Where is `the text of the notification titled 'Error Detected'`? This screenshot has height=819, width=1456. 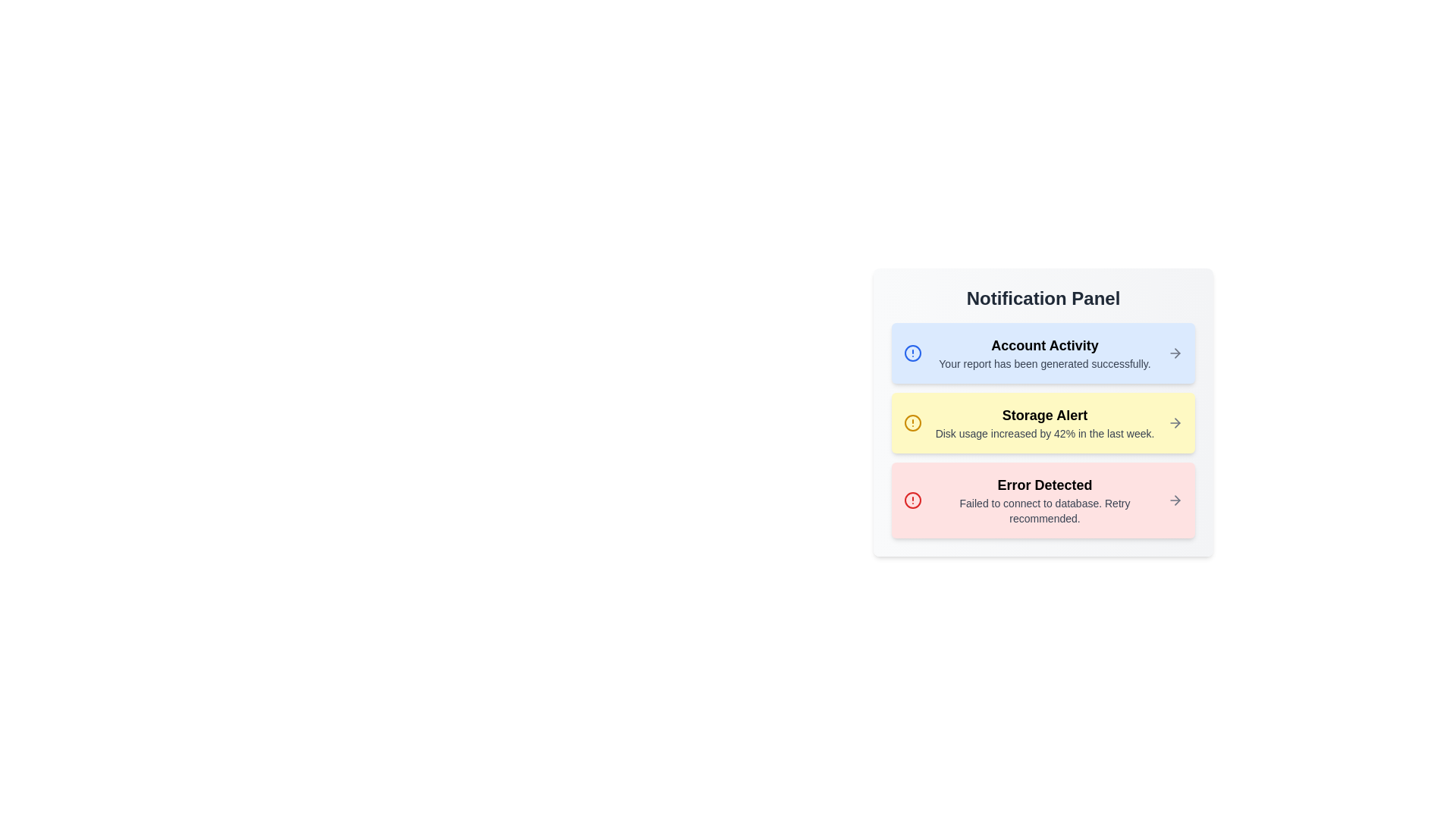
the text of the notification titled 'Error Detected' is located at coordinates (934, 473).